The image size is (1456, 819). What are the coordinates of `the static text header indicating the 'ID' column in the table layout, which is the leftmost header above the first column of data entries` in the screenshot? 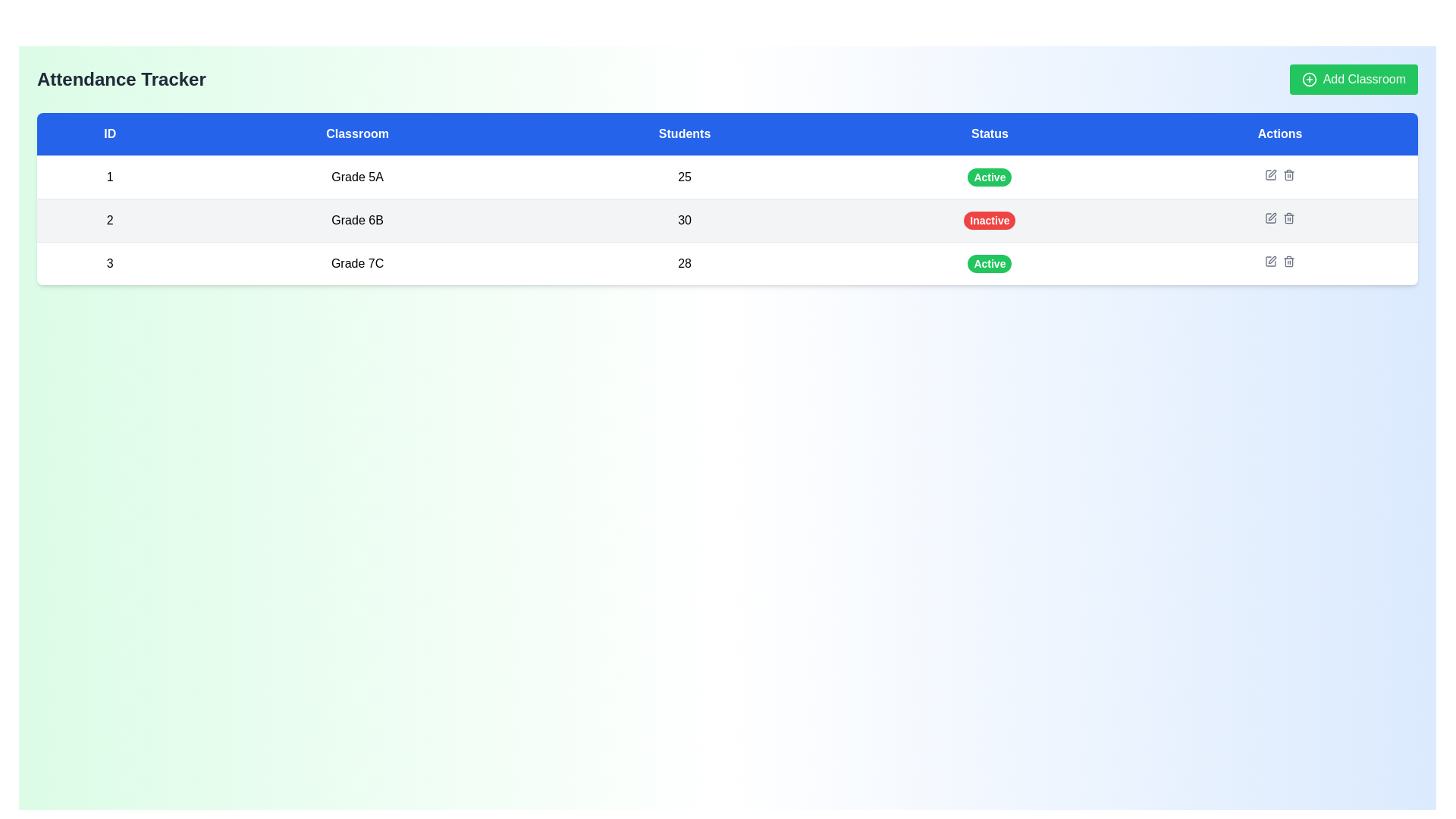 It's located at (109, 133).